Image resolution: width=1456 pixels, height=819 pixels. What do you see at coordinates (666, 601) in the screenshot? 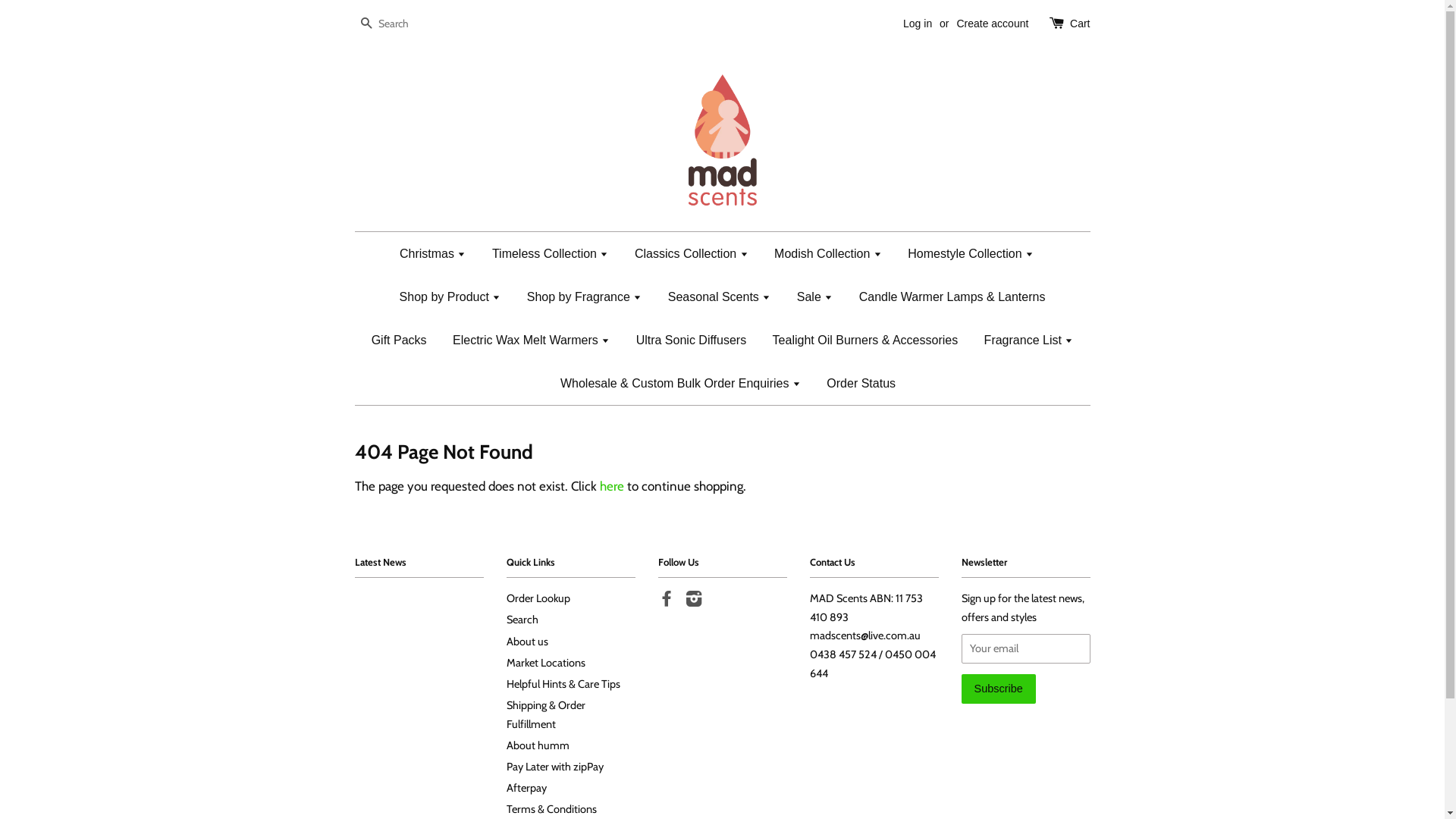
I see `'Facebook'` at bounding box center [666, 601].